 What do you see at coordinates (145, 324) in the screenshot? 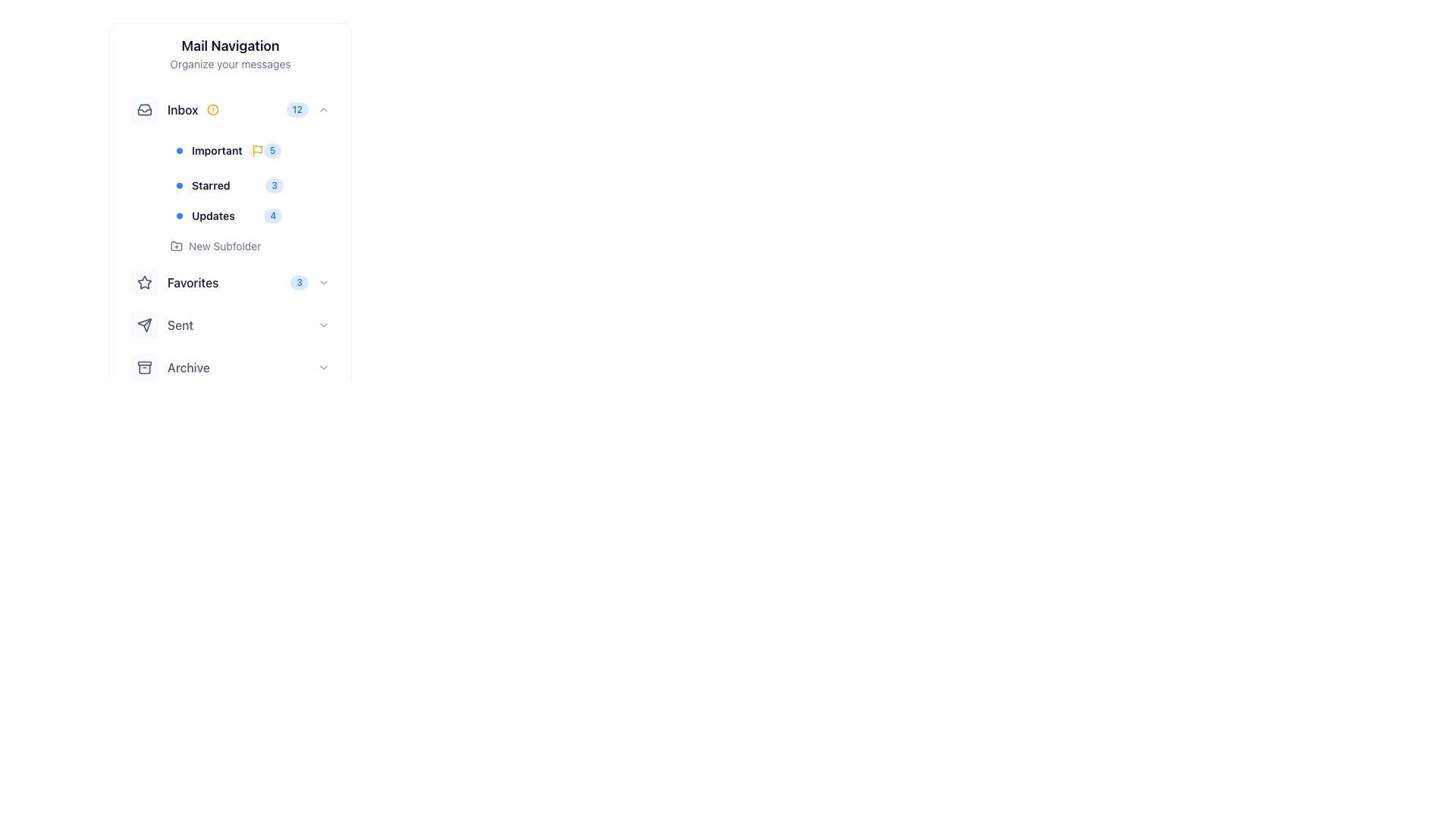
I see `the Icon Button that navigates to the 'Sent' folder in the mail application's navigation menu, located to the left of the 'Sent' text label in the 'Favorites' section` at bounding box center [145, 324].